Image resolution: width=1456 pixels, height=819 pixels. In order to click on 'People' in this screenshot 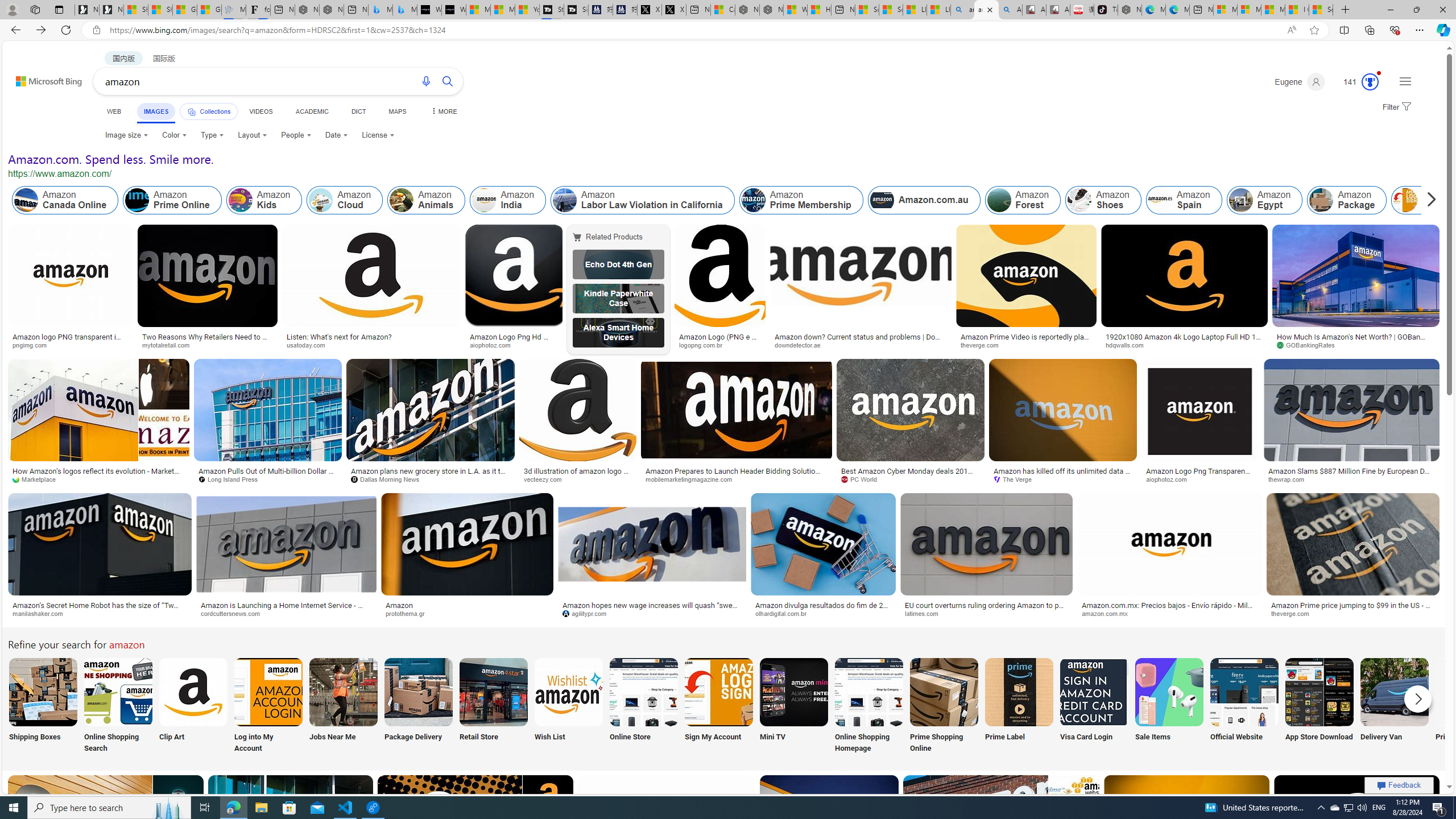, I will do `click(295, 135)`.